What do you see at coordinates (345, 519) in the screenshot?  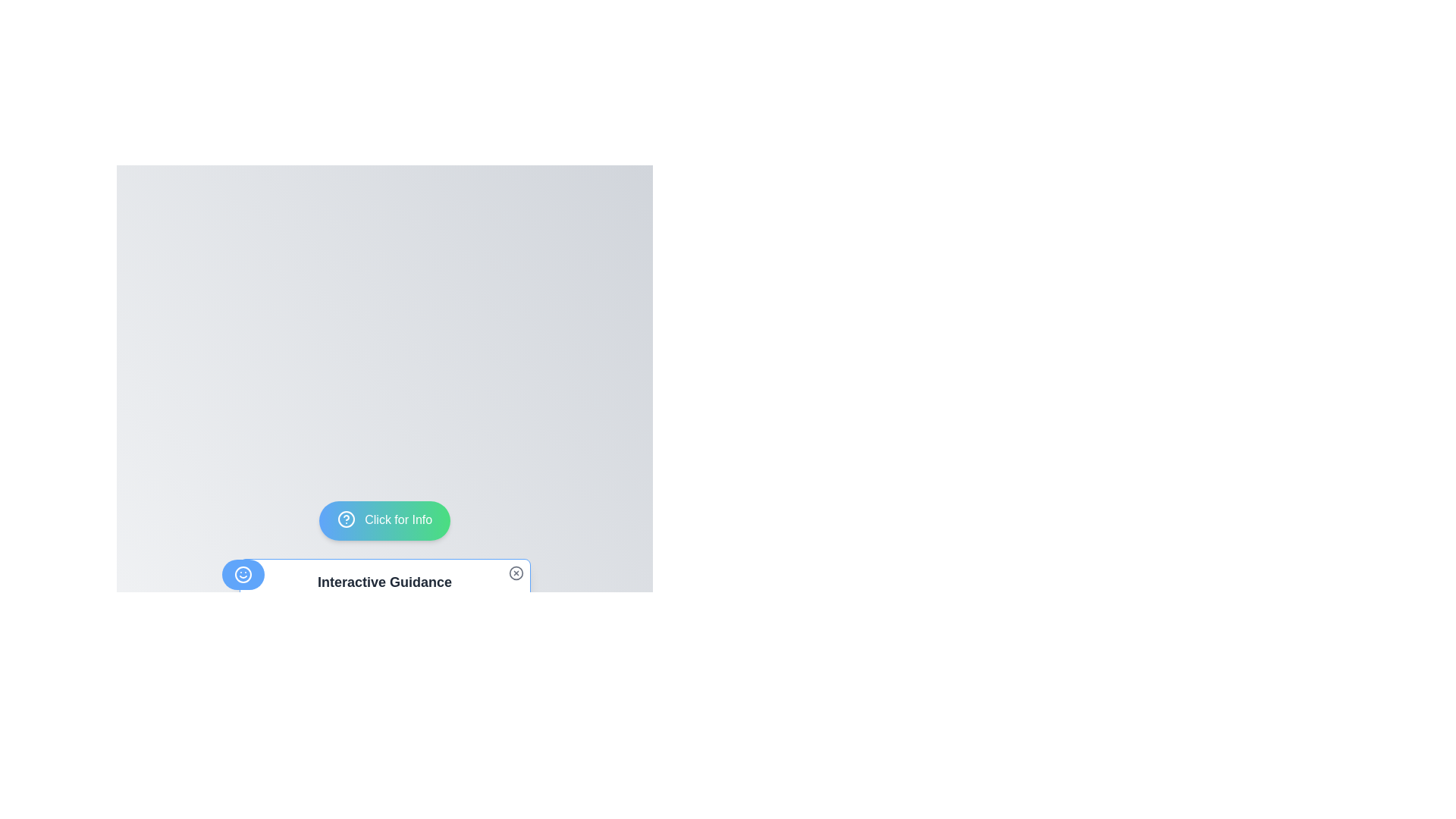 I see `the informational icon located on the far left of the 'Click for Info' button at the bottom center of the interface` at bounding box center [345, 519].